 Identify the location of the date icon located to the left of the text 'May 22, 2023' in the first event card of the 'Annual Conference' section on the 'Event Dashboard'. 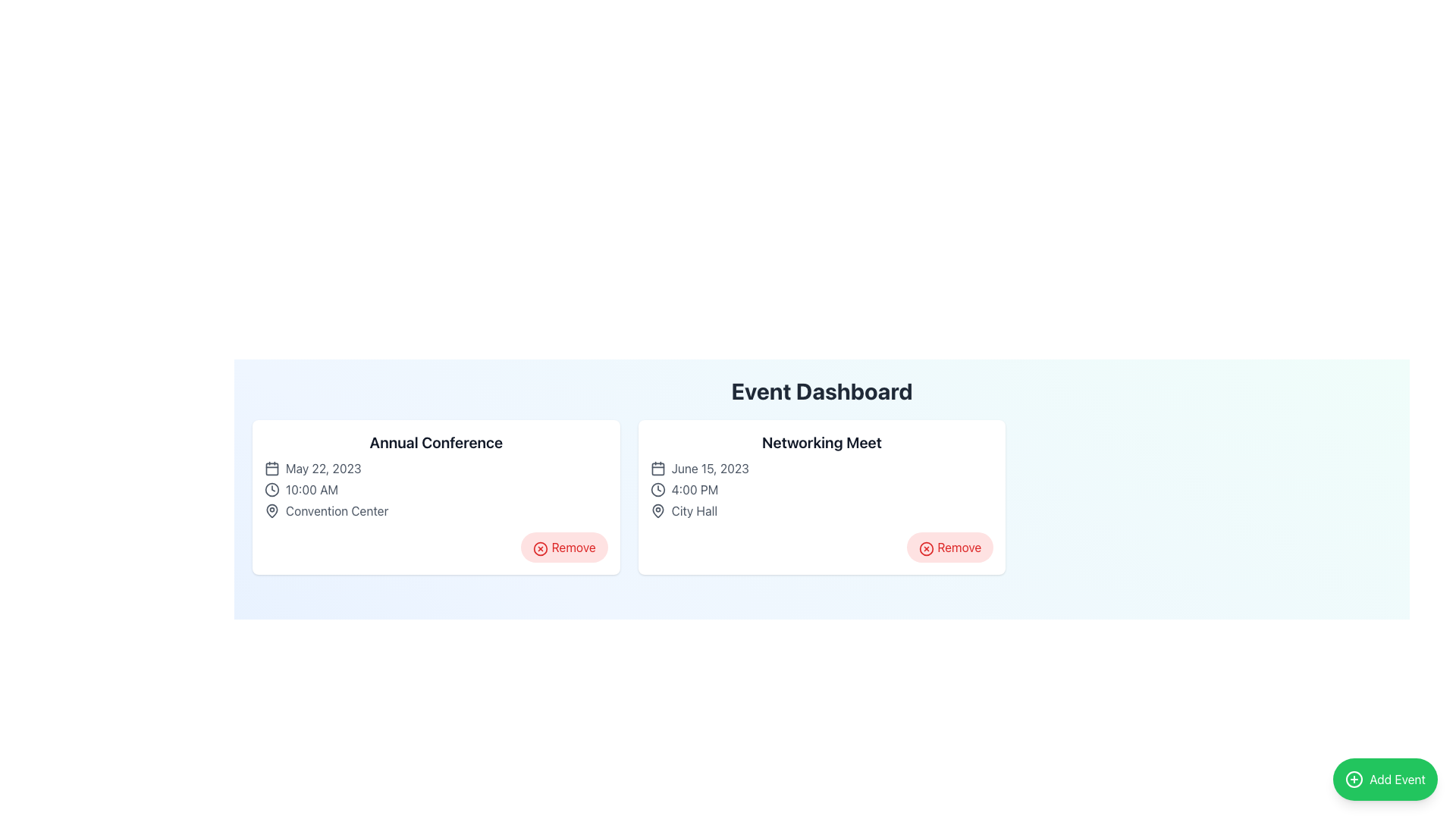
(272, 467).